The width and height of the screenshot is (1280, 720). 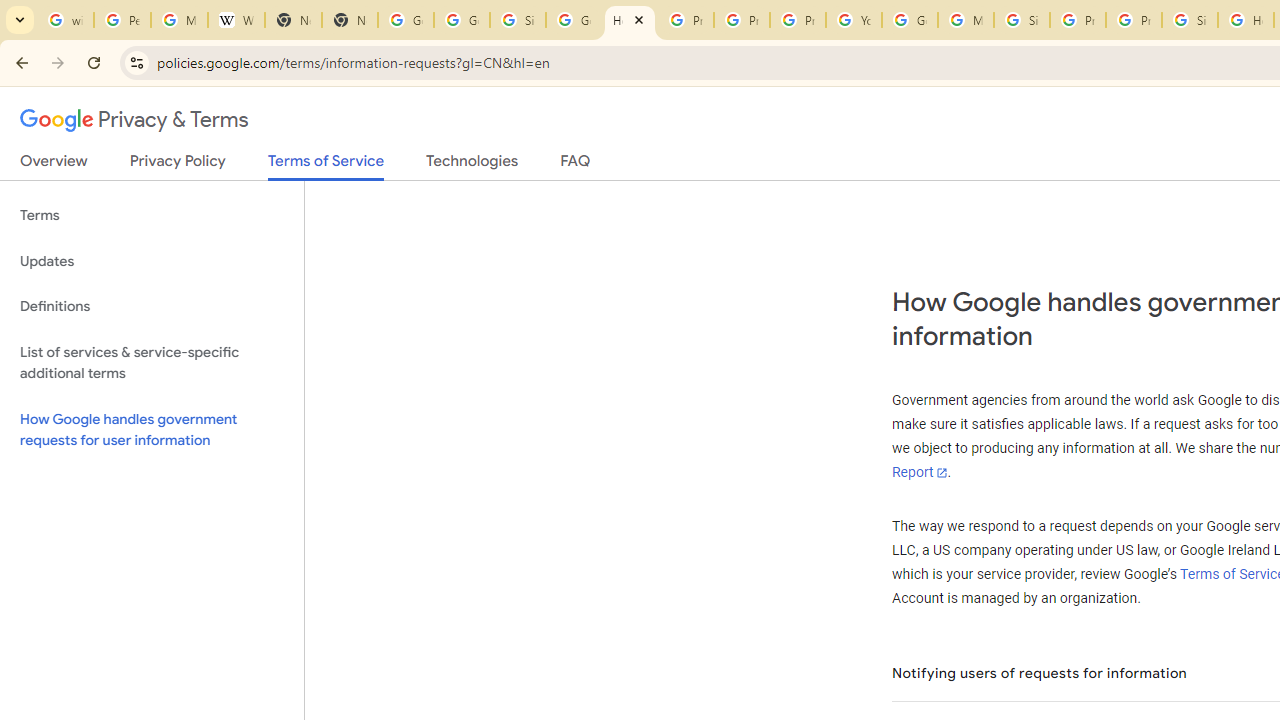 What do you see at coordinates (461, 20) in the screenshot?
I see `'Google Drive: Sign-in'` at bounding box center [461, 20].